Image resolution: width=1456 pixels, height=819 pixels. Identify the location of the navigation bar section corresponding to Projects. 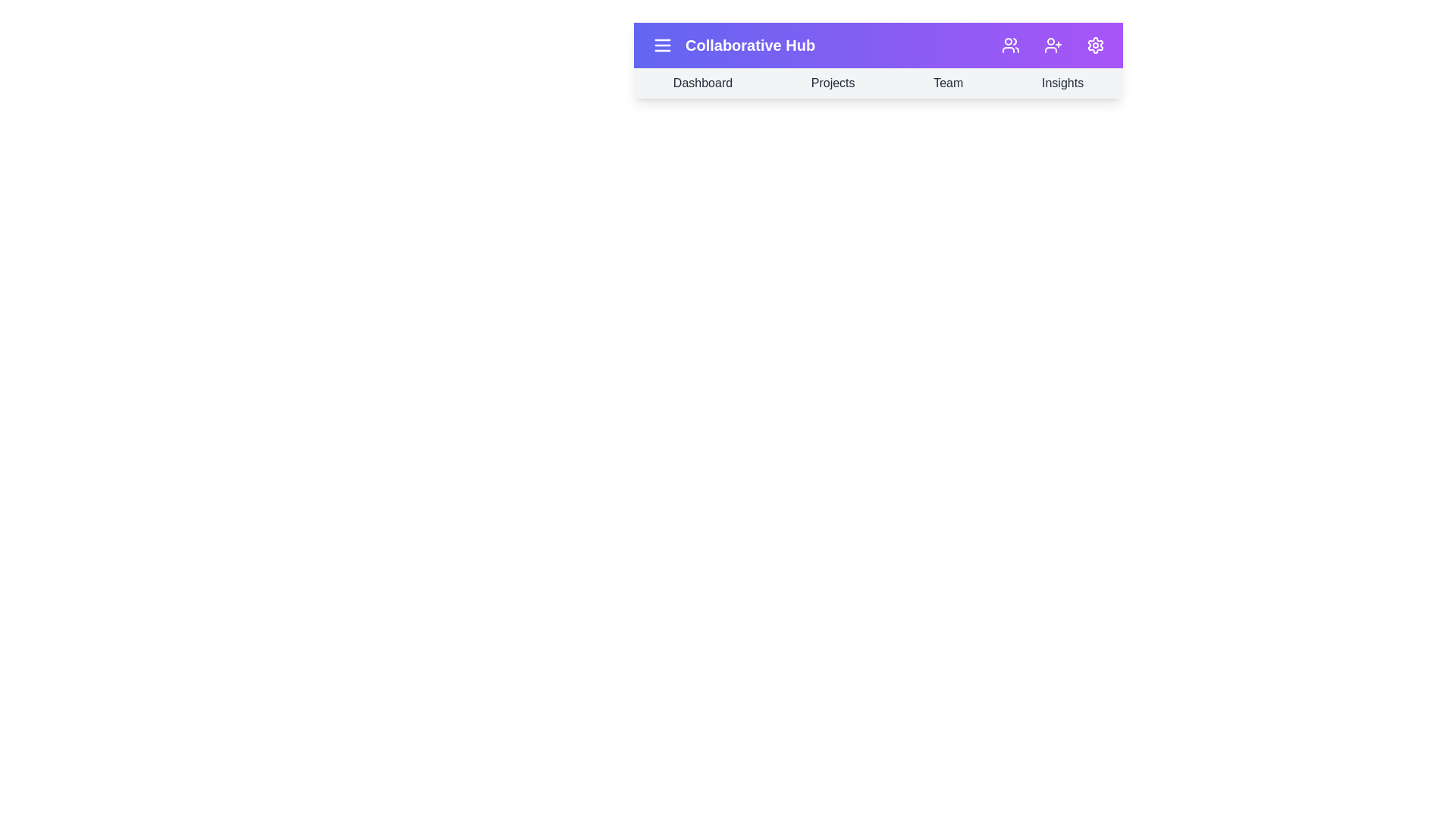
(832, 83).